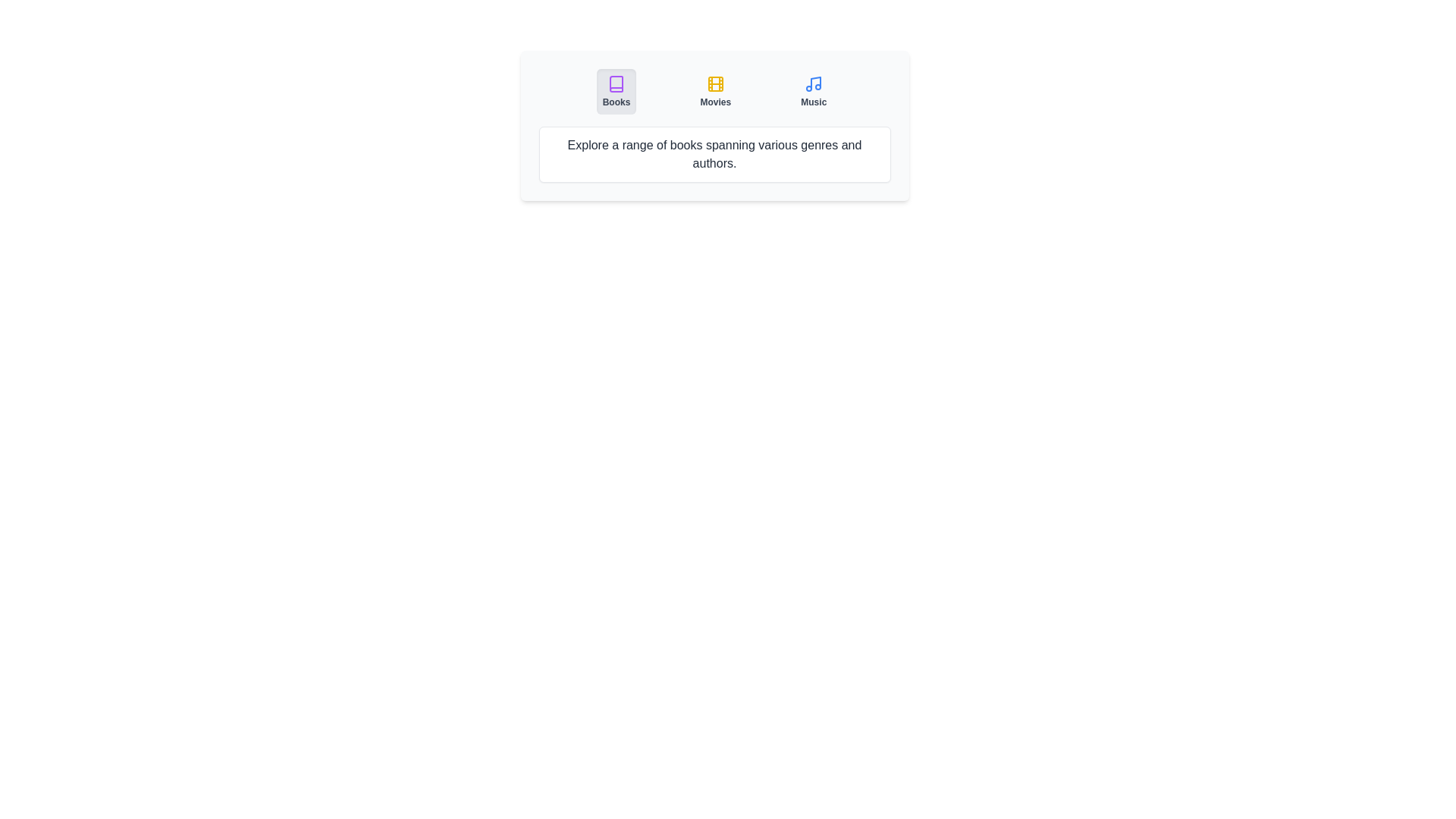 This screenshot has width=1456, height=819. What do you see at coordinates (615, 91) in the screenshot?
I see `the Books tab to switch to its content` at bounding box center [615, 91].